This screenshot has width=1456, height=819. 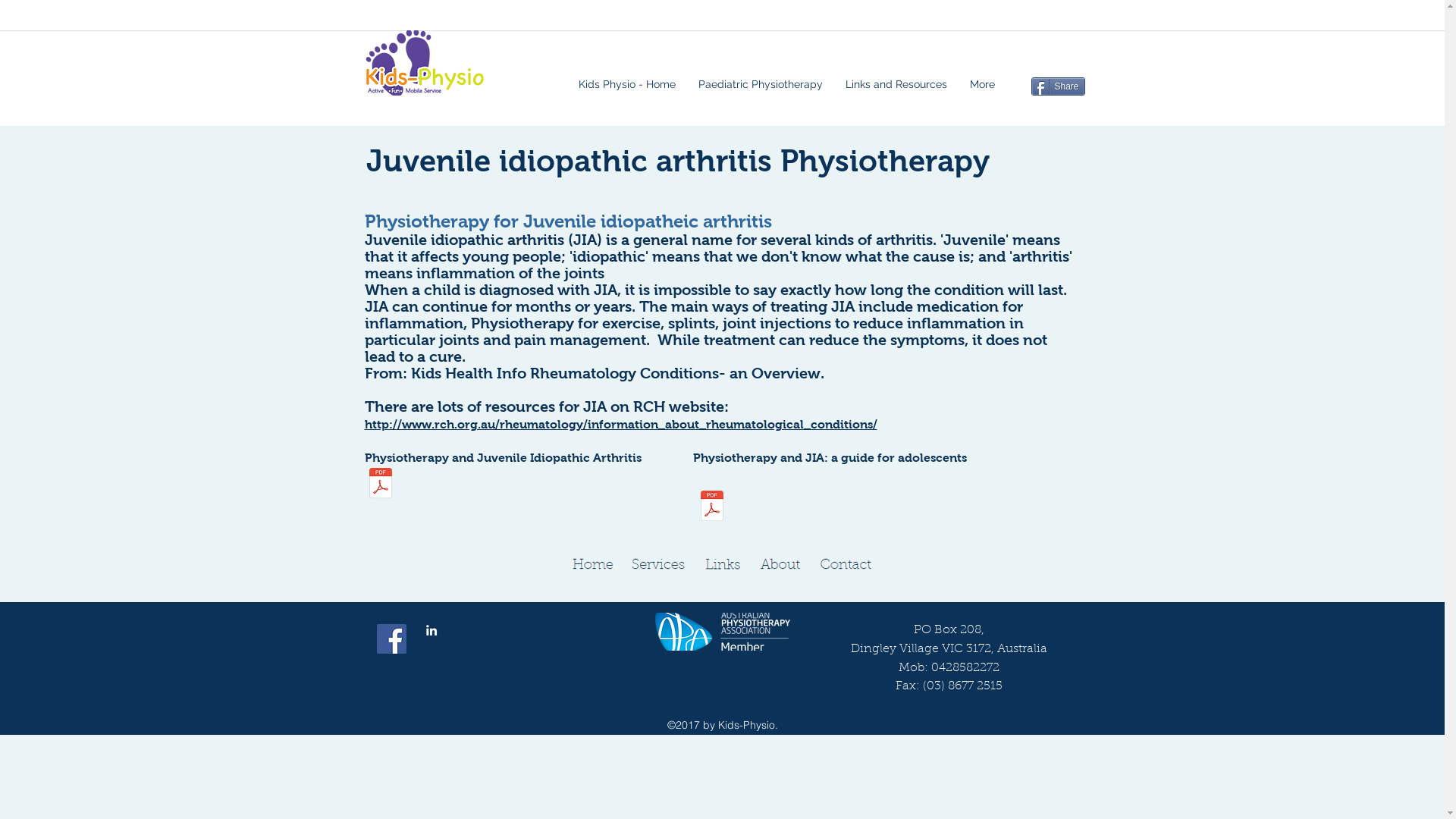 What do you see at coordinates (364, 62) in the screenshot?
I see `'Active, Fun, Mobile service, childrens physiotherapy'` at bounding box center [364, 62].